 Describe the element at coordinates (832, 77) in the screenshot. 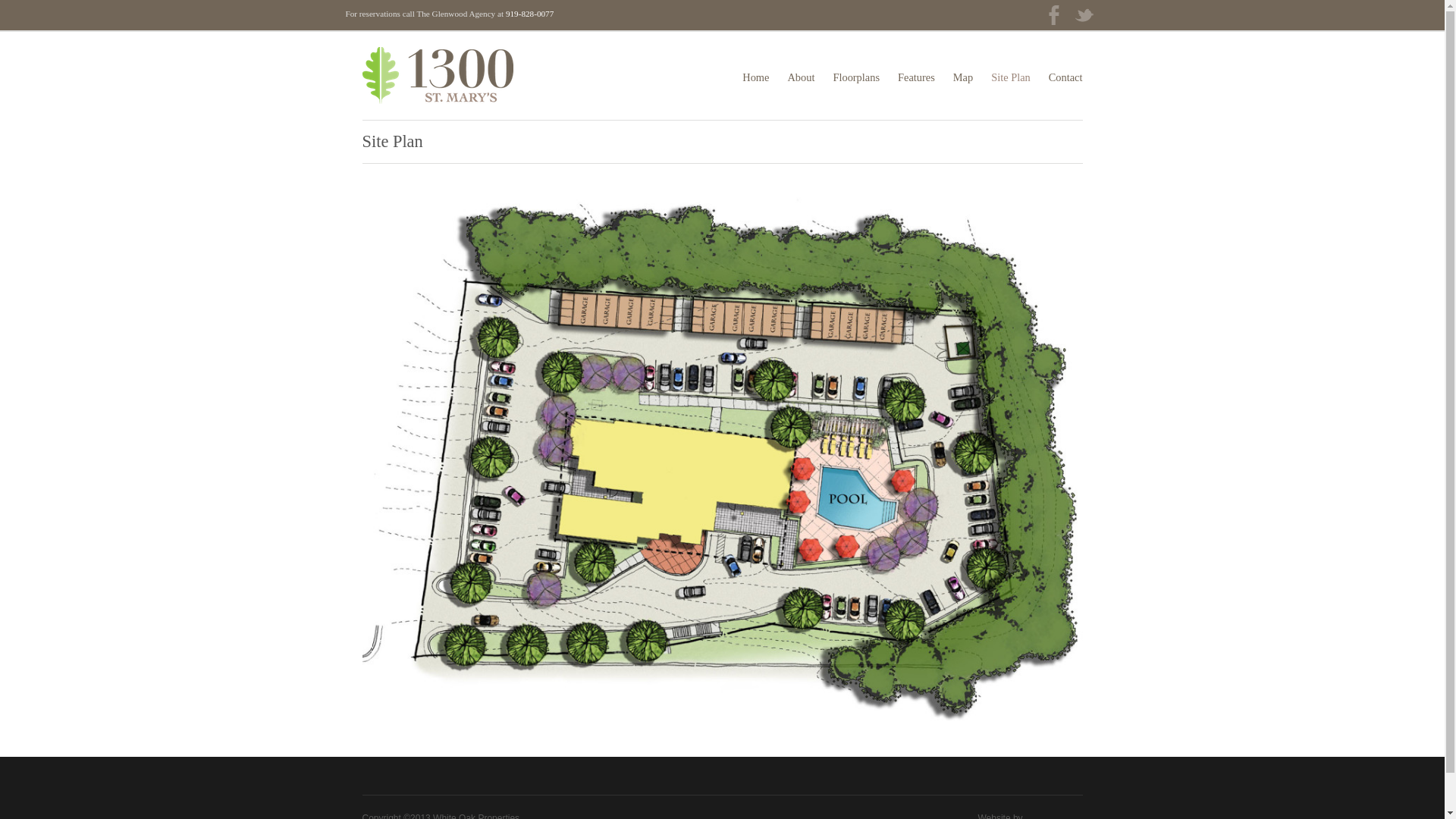

I see `'Floorplans'` at that location.